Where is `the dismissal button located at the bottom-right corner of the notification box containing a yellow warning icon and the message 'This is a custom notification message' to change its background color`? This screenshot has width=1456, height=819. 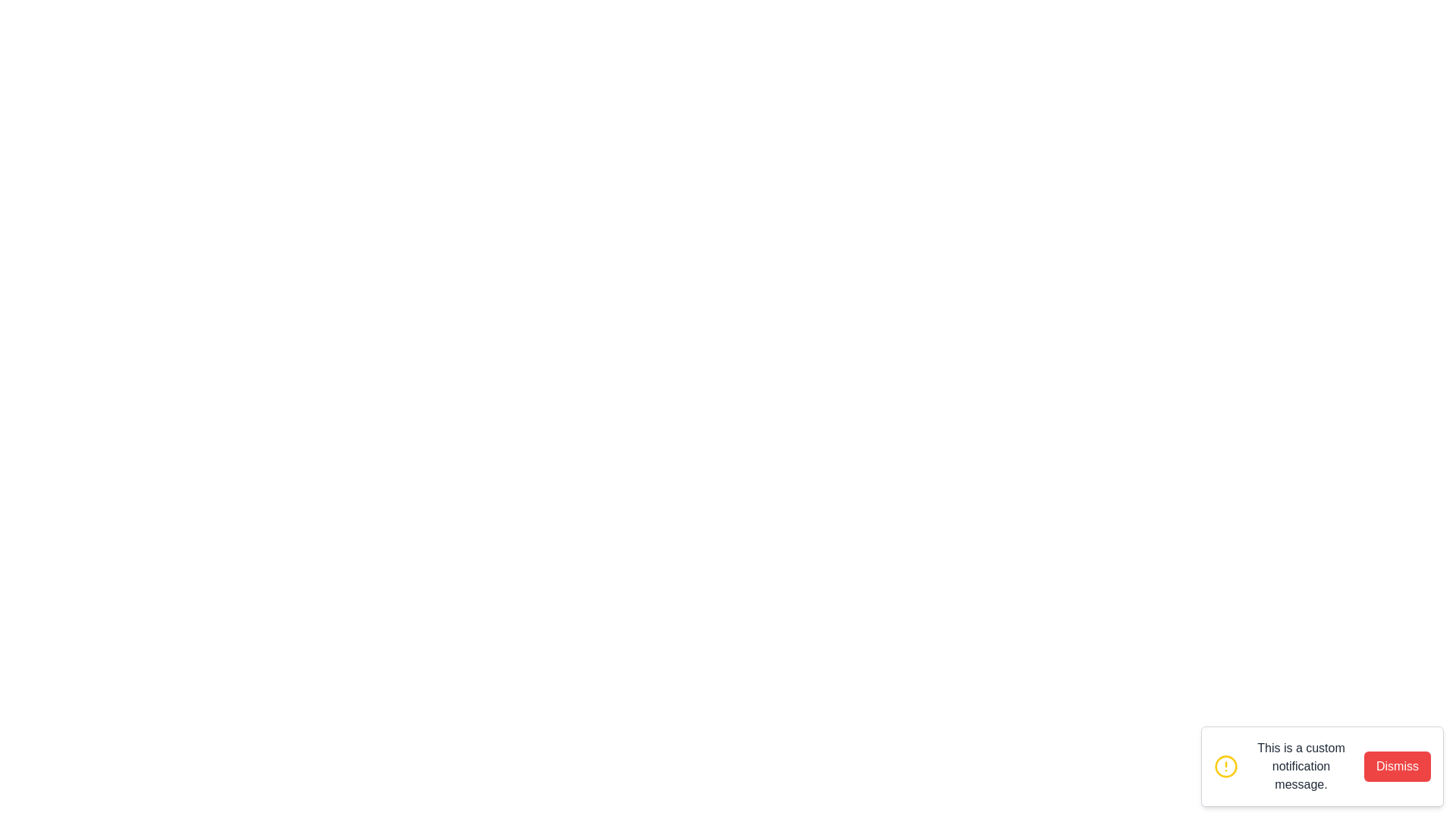
the dismissal button located at the bottom-right corner of the notification box containing a yellow warning icon and the message 'This is a custom notification message' to change its background color is located at coordinates (1397, 766).